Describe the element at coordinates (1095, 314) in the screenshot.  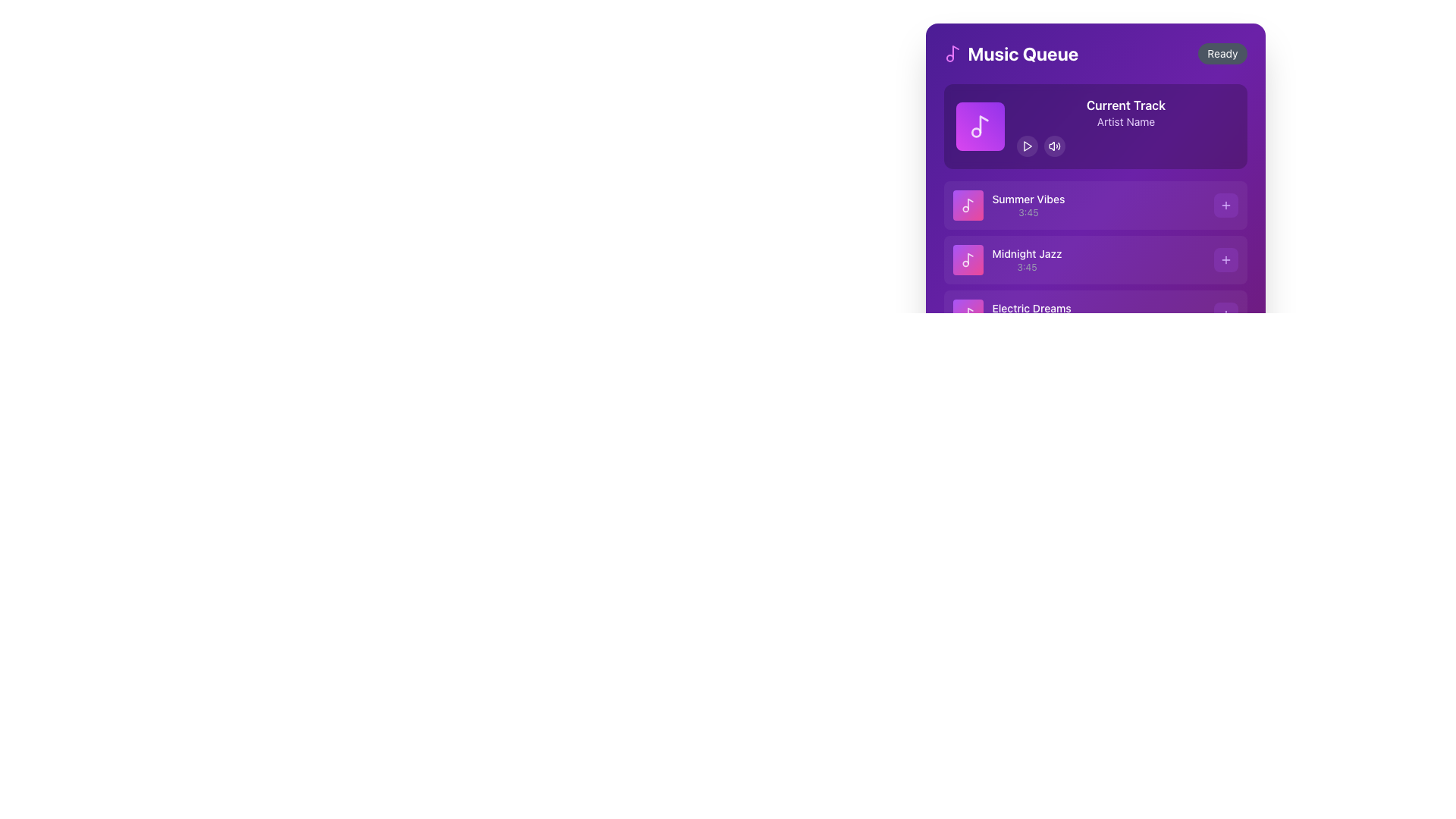
I see `the 'Electric Dreams' text in the third item of the vertical list` at that location.